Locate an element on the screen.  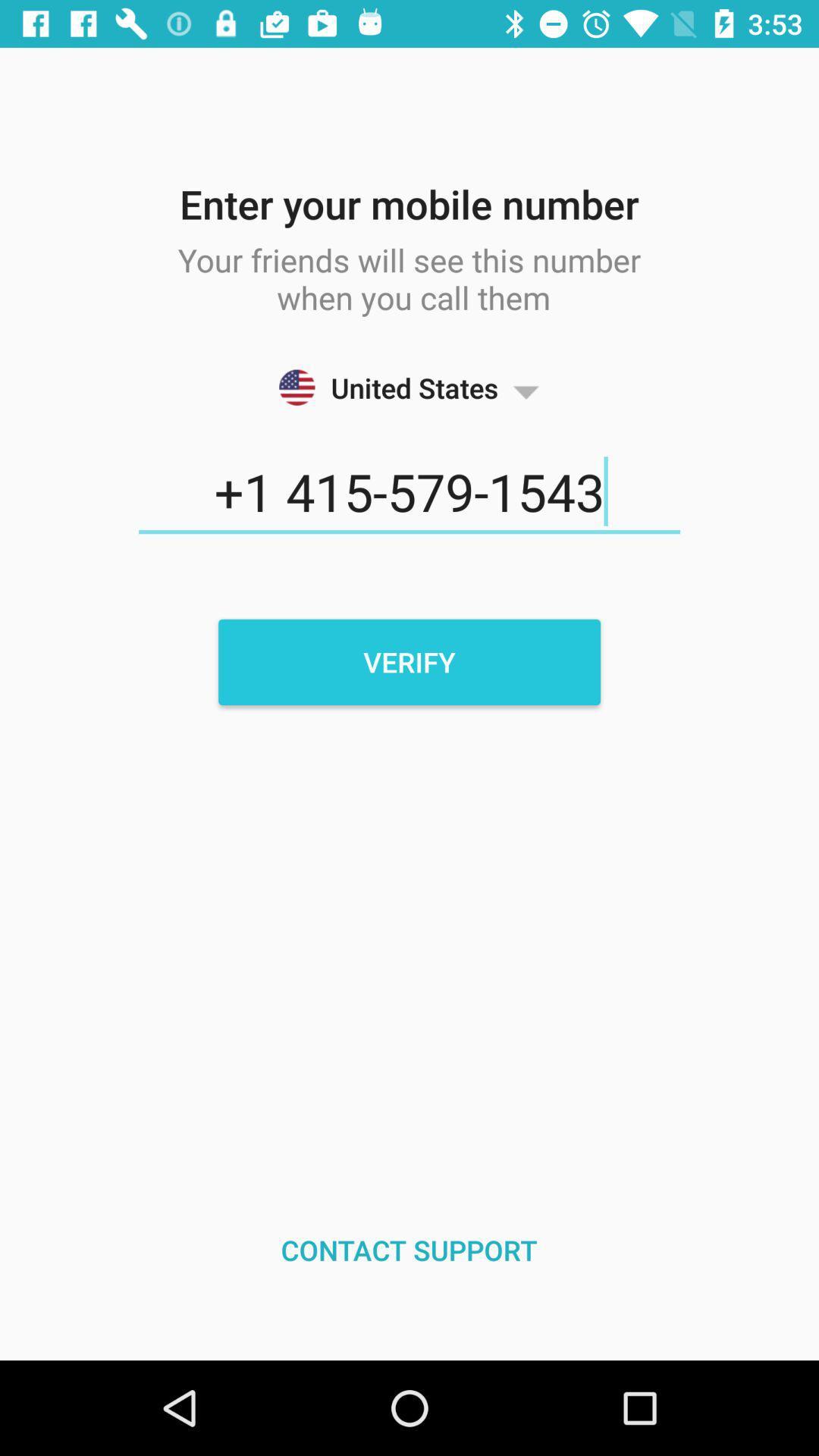
the item below the 1 415 579 is located at coordinates (409, 662).